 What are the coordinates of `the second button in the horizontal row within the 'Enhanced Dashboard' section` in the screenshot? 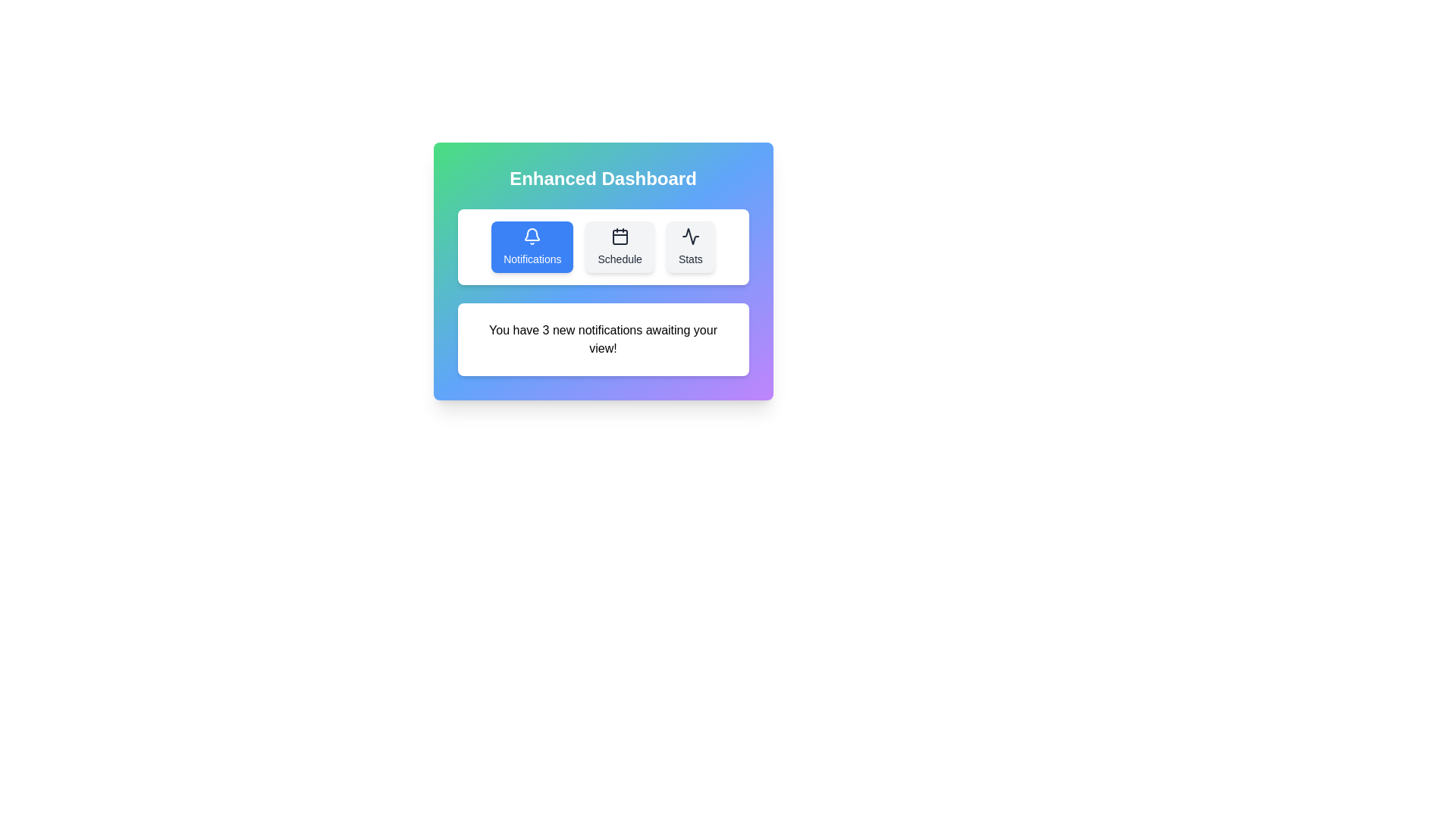 It's located at (620, 246).